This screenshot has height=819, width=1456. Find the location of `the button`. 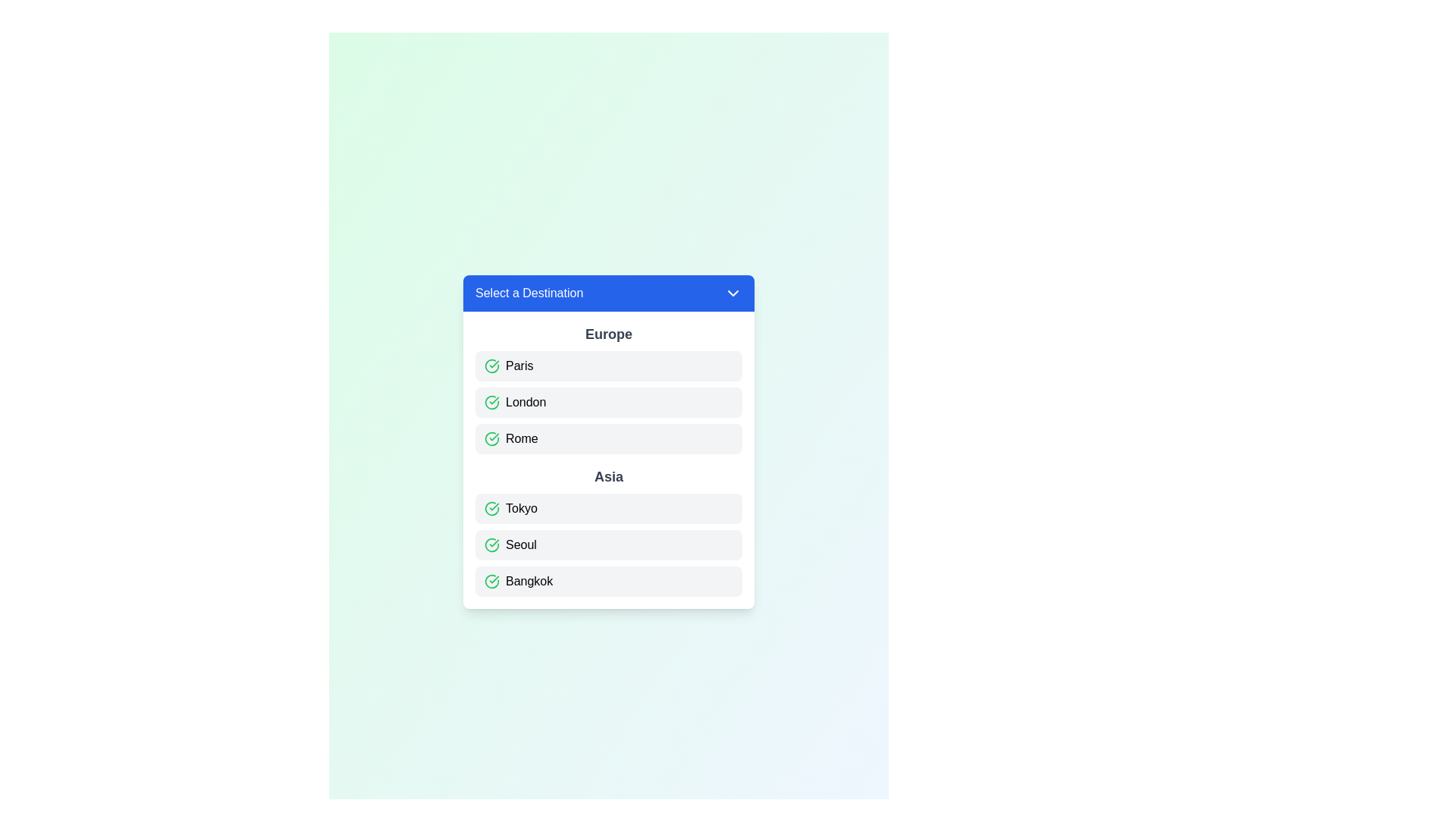

the button is located at coordinates (608, 366).